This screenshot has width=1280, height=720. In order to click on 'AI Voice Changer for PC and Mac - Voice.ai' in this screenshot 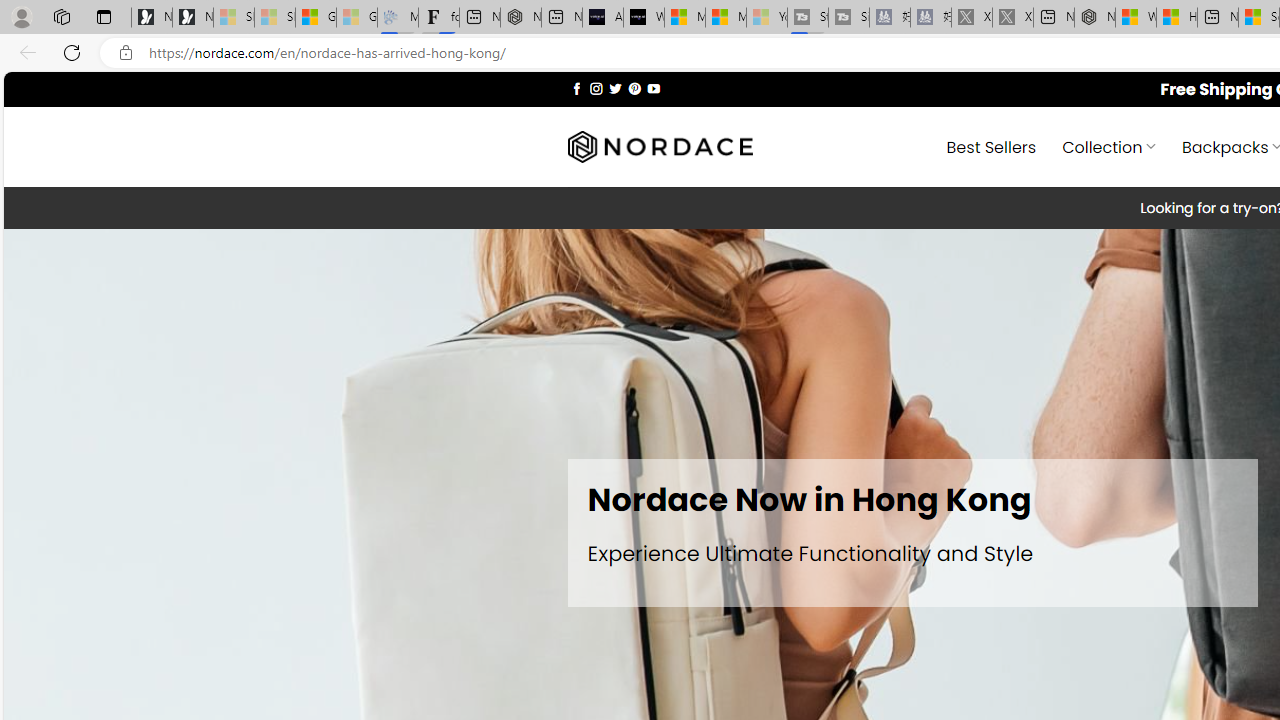, I will do `click(601, 17)`.